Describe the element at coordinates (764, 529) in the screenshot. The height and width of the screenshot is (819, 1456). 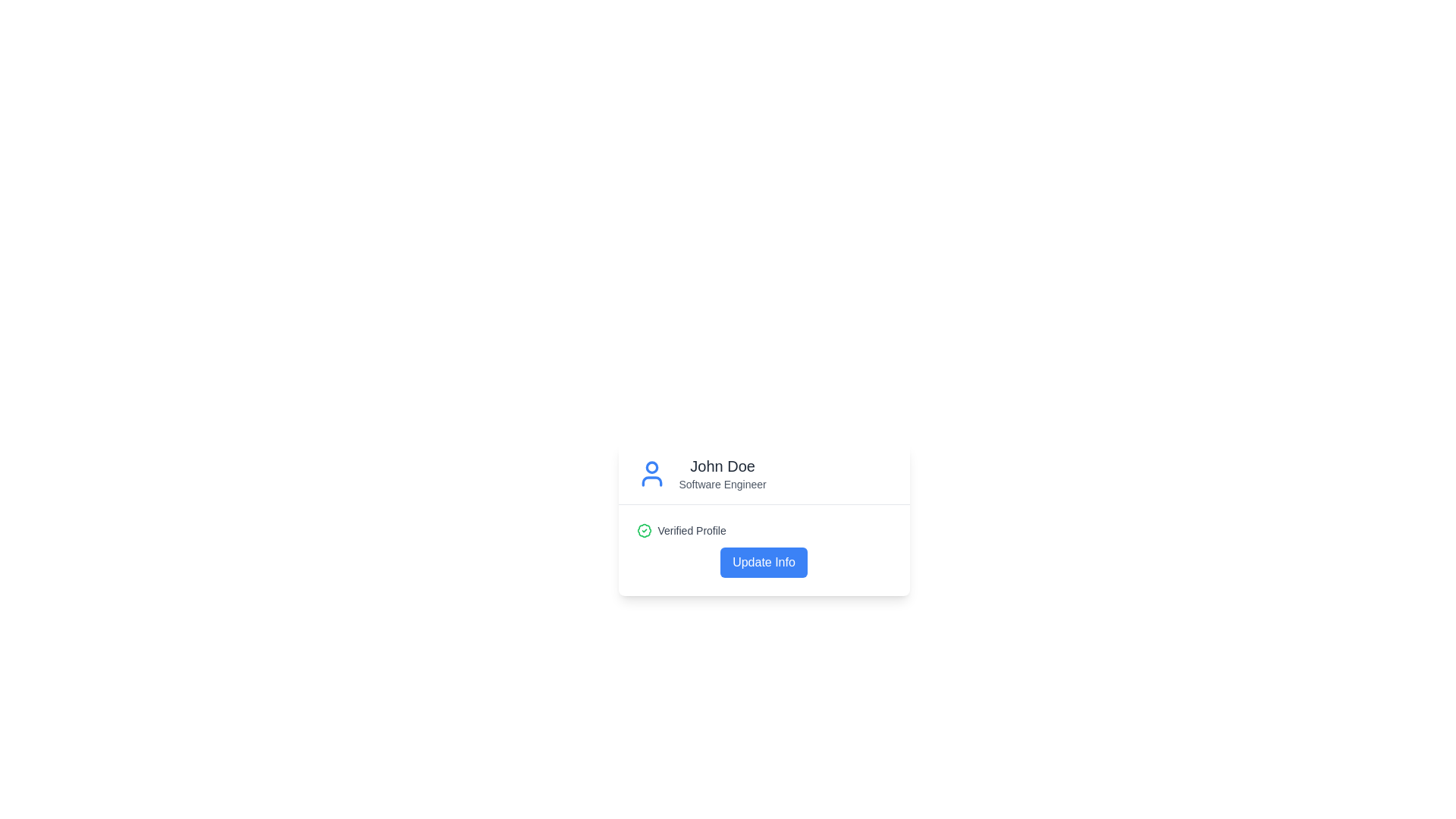
I see `the Status indicator with the green circular badge and the 'Verified Profile' text label` at that location.